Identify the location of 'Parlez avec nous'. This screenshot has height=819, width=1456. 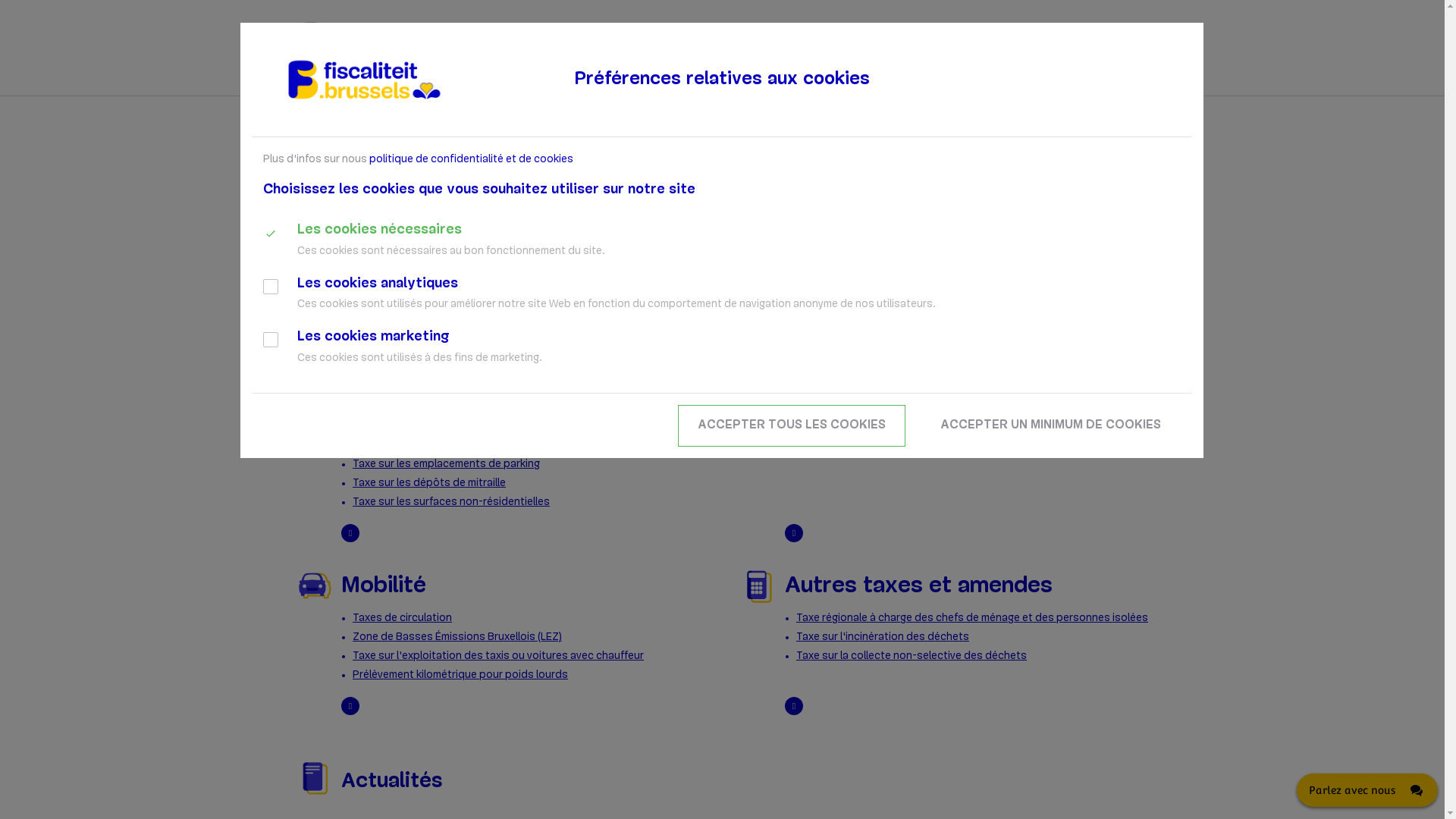
(1295, 789).